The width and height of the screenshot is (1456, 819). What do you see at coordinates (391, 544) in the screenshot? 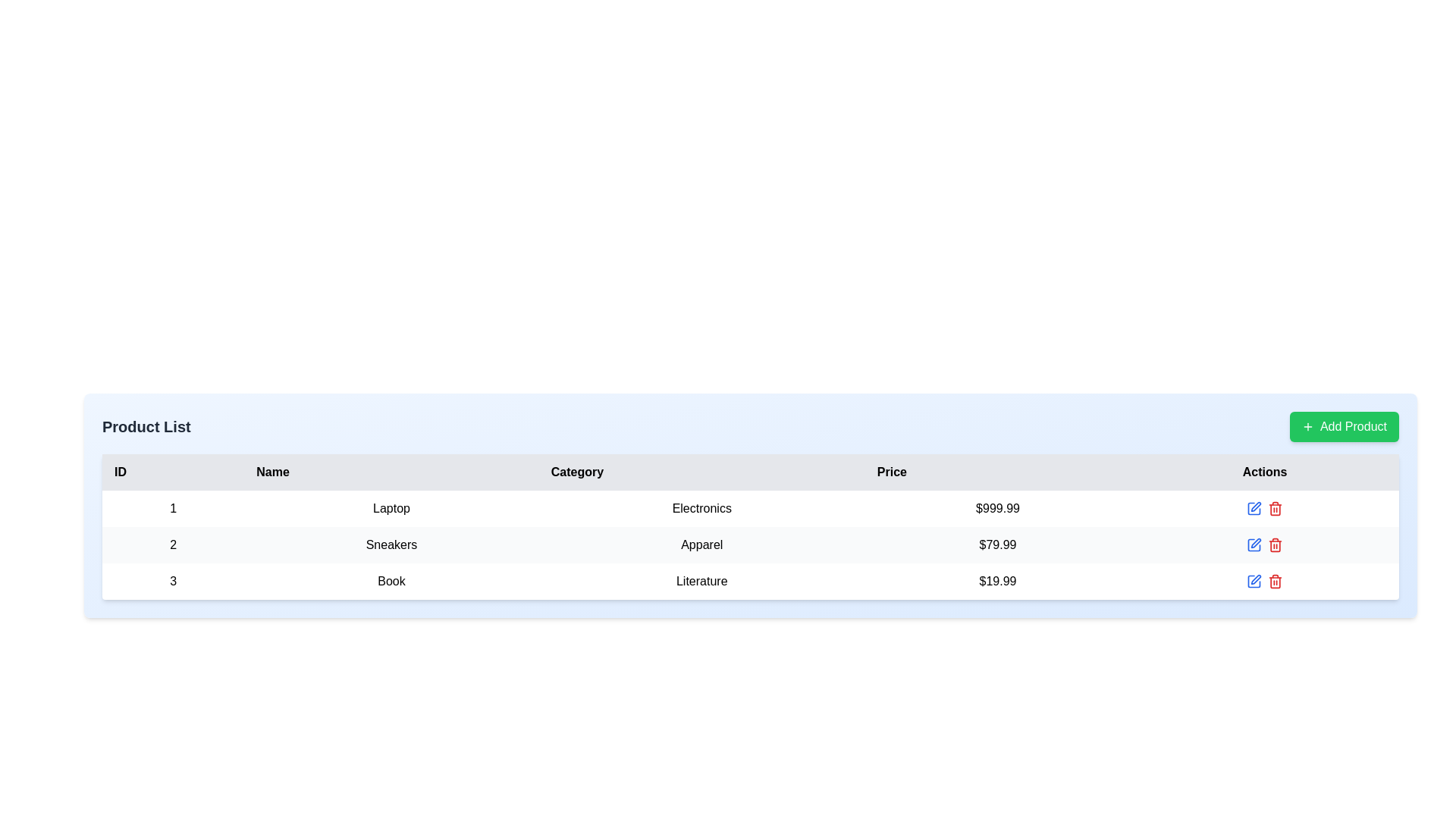
I see `the product name label located in the second row of the table under the 'Name' column` at bounding box center [391, 544].